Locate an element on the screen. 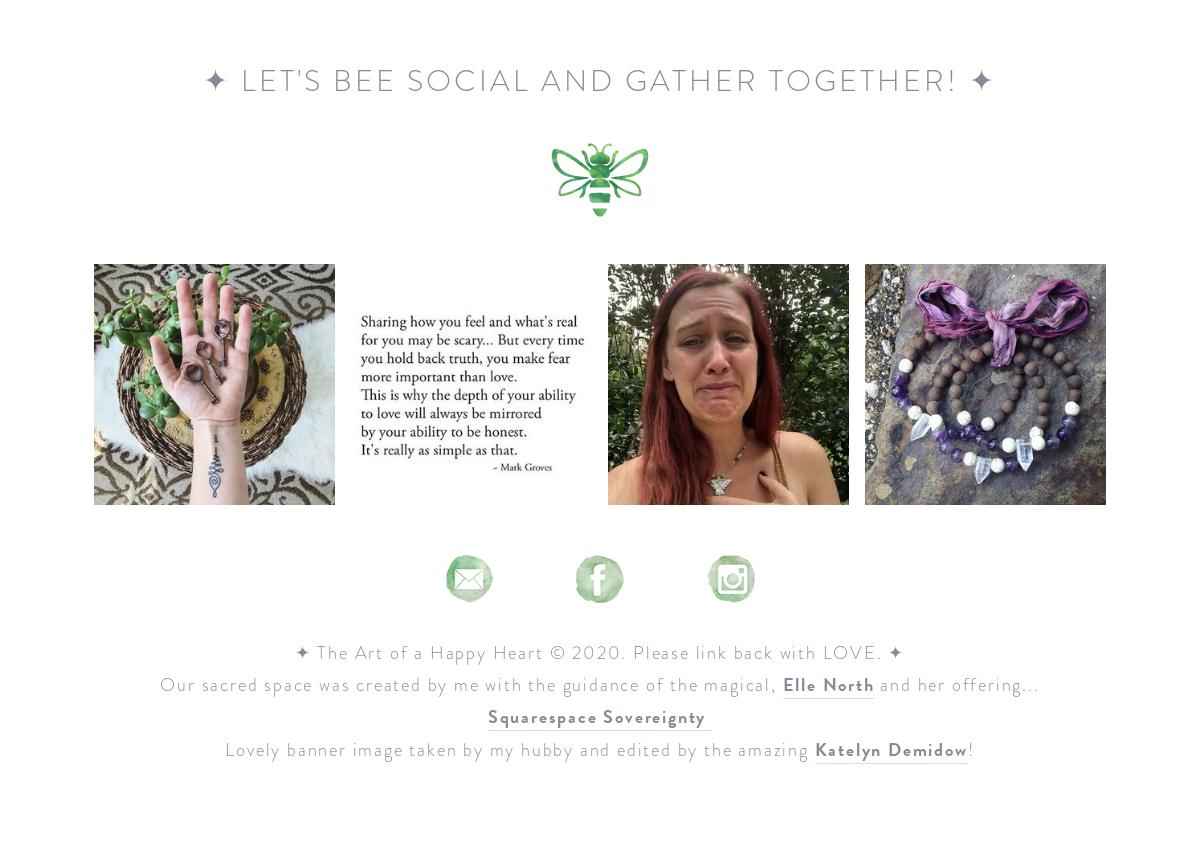 This screenshot has height=850, width=1200. '© 2020. Please link back with LOVE. ✦' is located at coordinates (726, 652).